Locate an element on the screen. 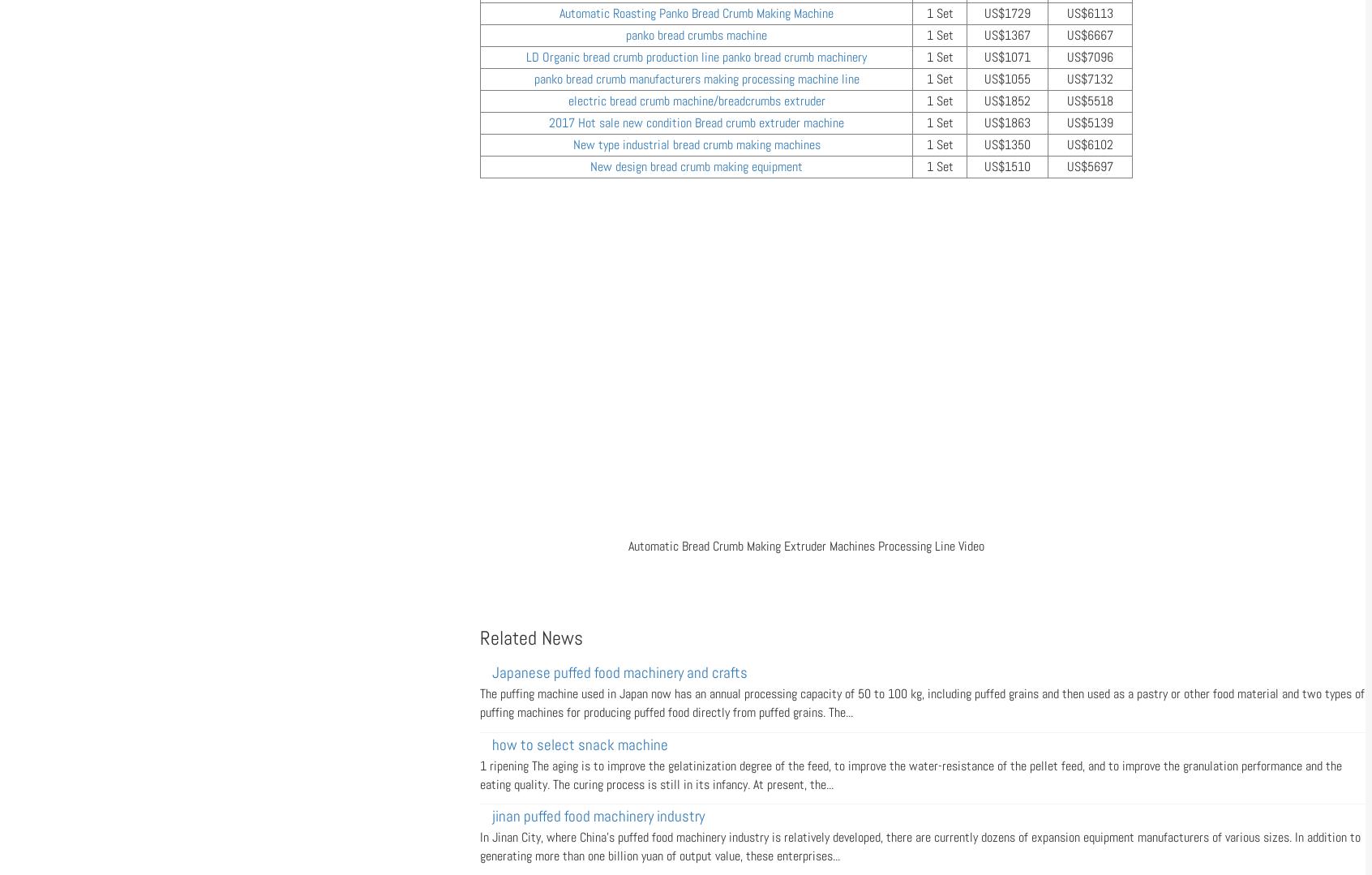 This screenshot has width=1372, height=875. 'US$6102' is located at coordinates (1090, 144).